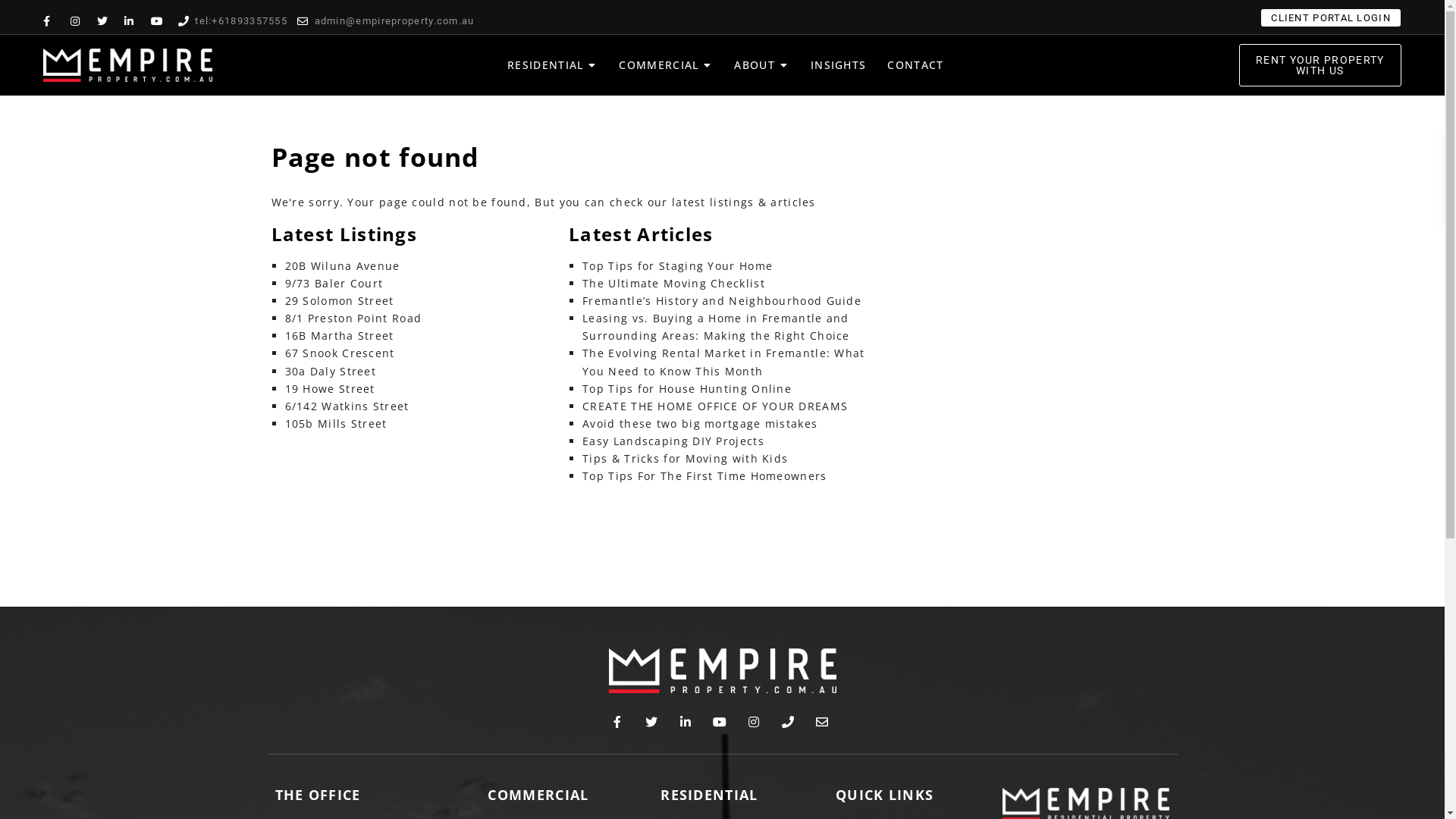 The width and height of the screenshot is (1456, 819). I want to click on 'INSIGHTS', so click(837, 64).